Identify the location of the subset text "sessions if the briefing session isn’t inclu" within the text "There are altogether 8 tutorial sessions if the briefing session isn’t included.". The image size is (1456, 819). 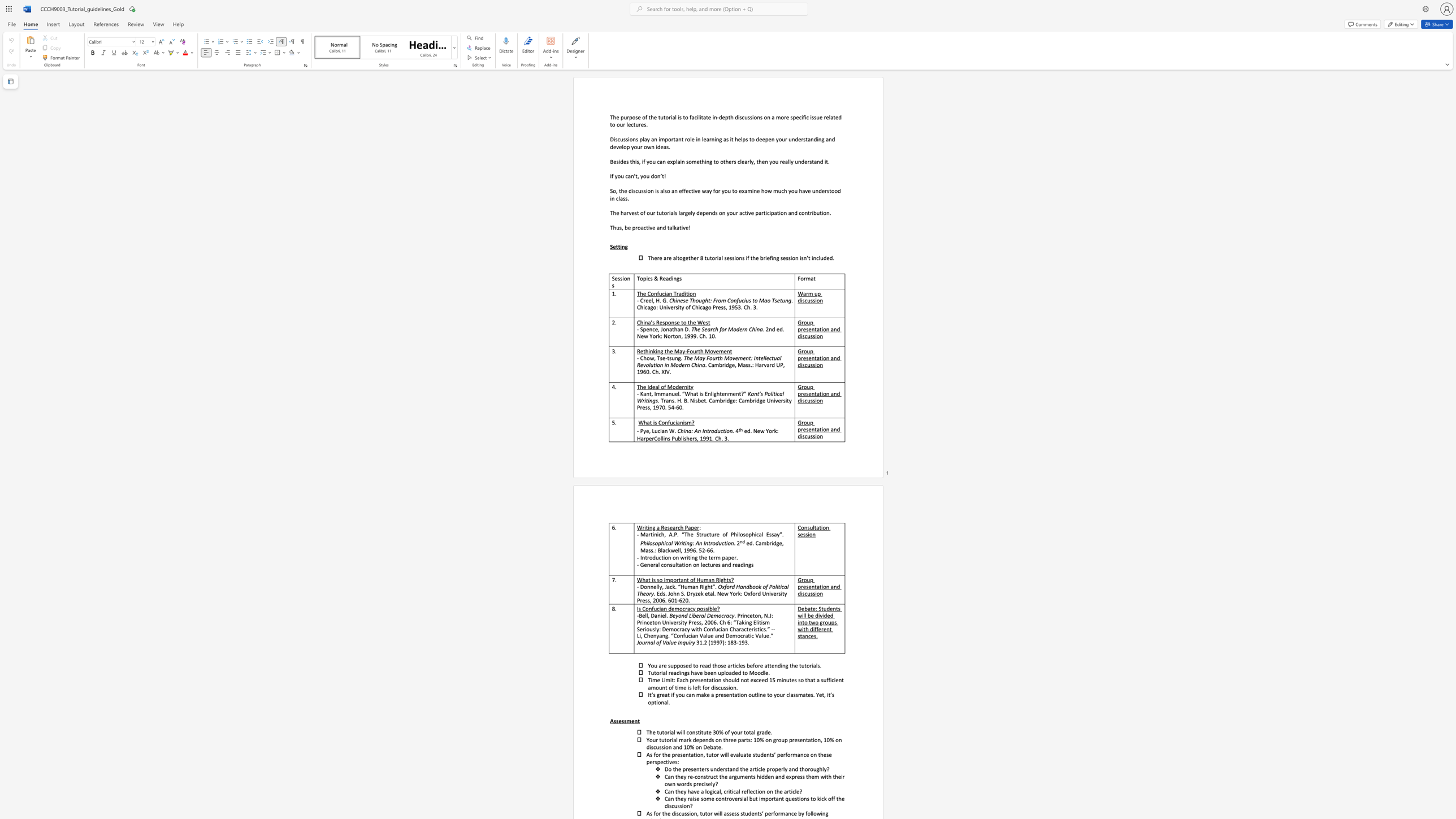
(723, 257).